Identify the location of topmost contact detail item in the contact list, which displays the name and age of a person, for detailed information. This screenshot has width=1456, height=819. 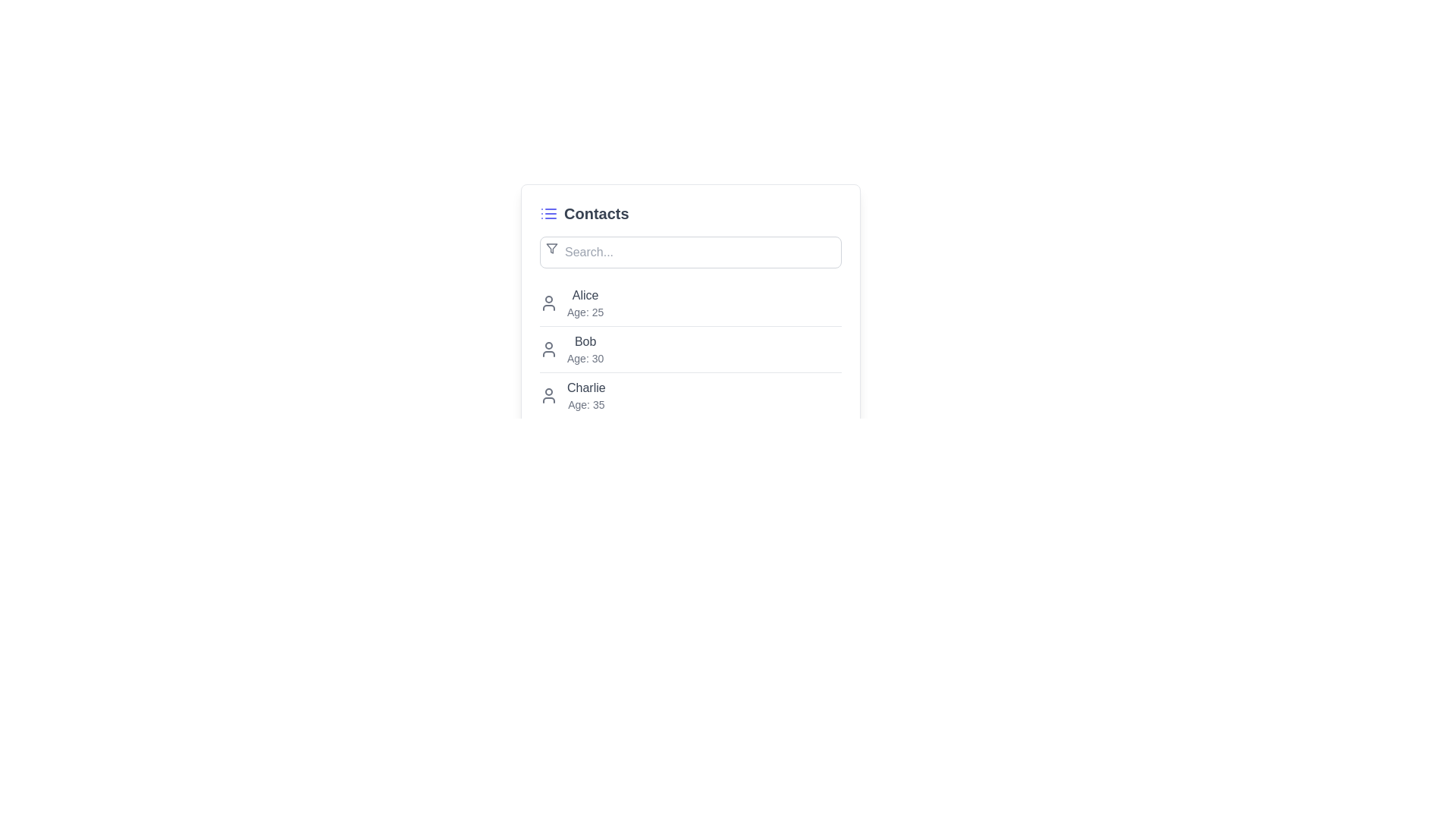
(690, 303).